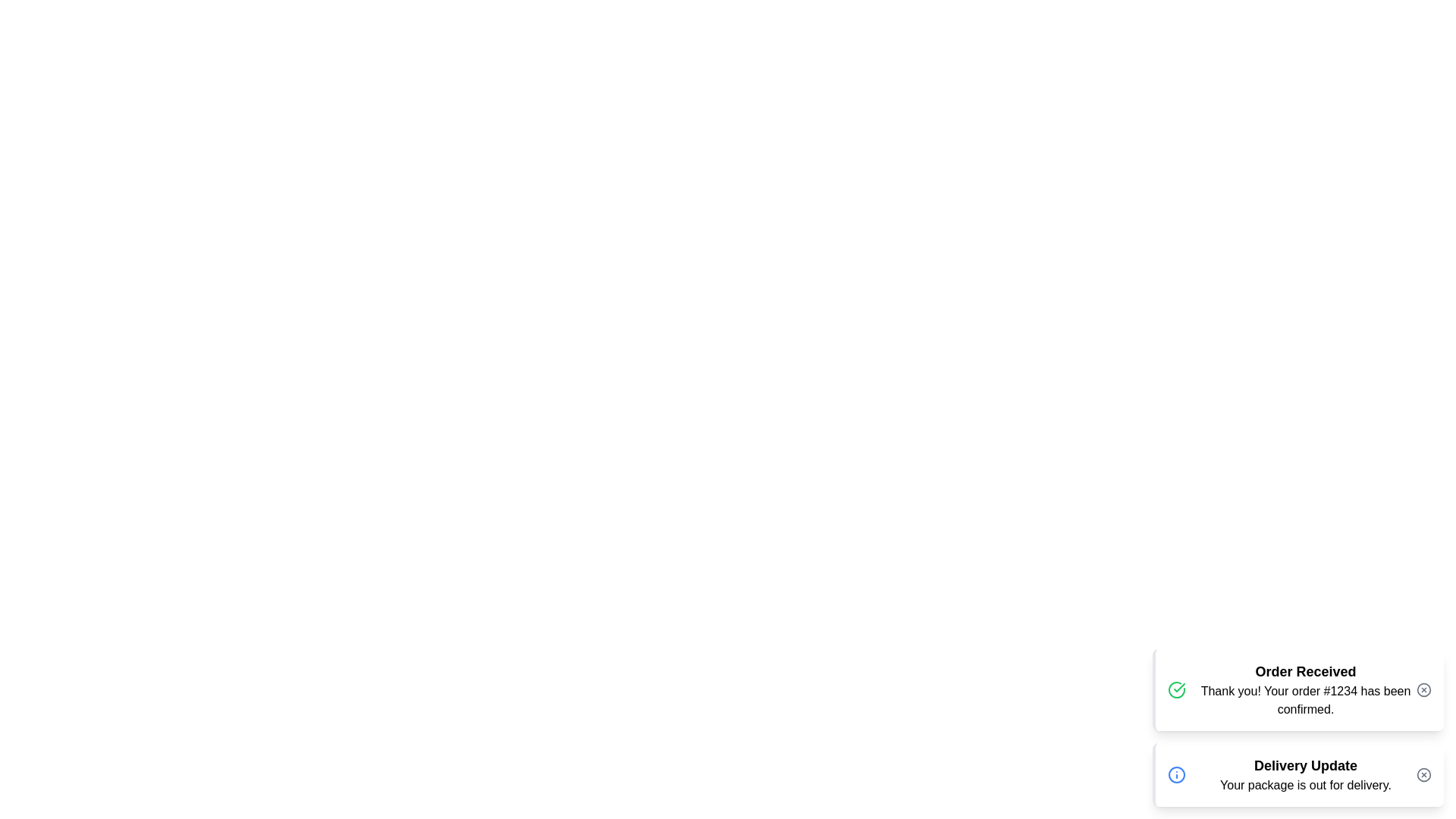 The height and width of the screenshot is (819, 1456). Describe the element at coordinates (1298, 690) in the screenshot. I see `the notification to review its content` at that location.